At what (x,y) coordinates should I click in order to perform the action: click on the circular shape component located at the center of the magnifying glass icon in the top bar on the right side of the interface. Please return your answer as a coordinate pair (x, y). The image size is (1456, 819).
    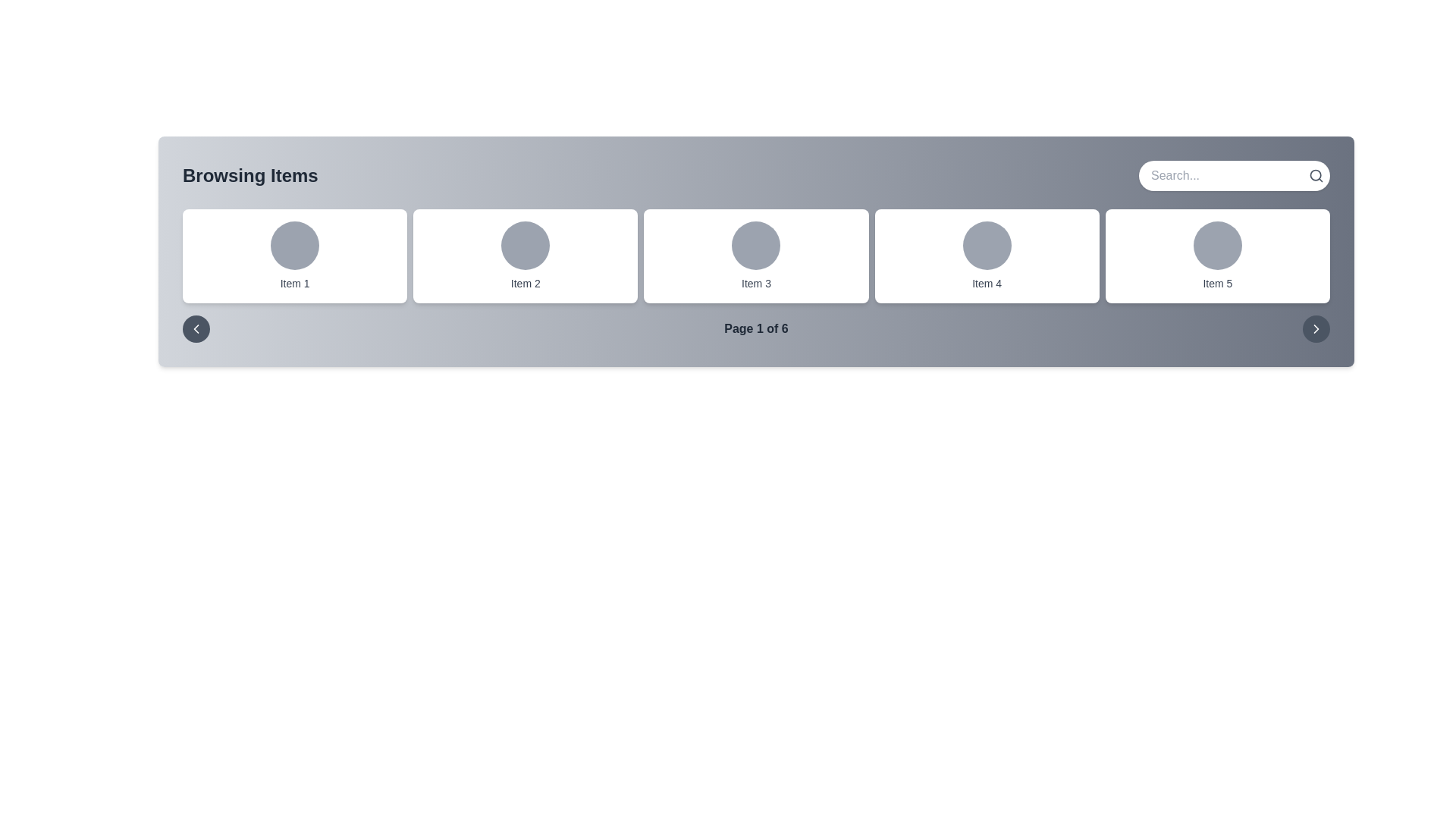
    Looking at the image, I should click on (1315, 174).